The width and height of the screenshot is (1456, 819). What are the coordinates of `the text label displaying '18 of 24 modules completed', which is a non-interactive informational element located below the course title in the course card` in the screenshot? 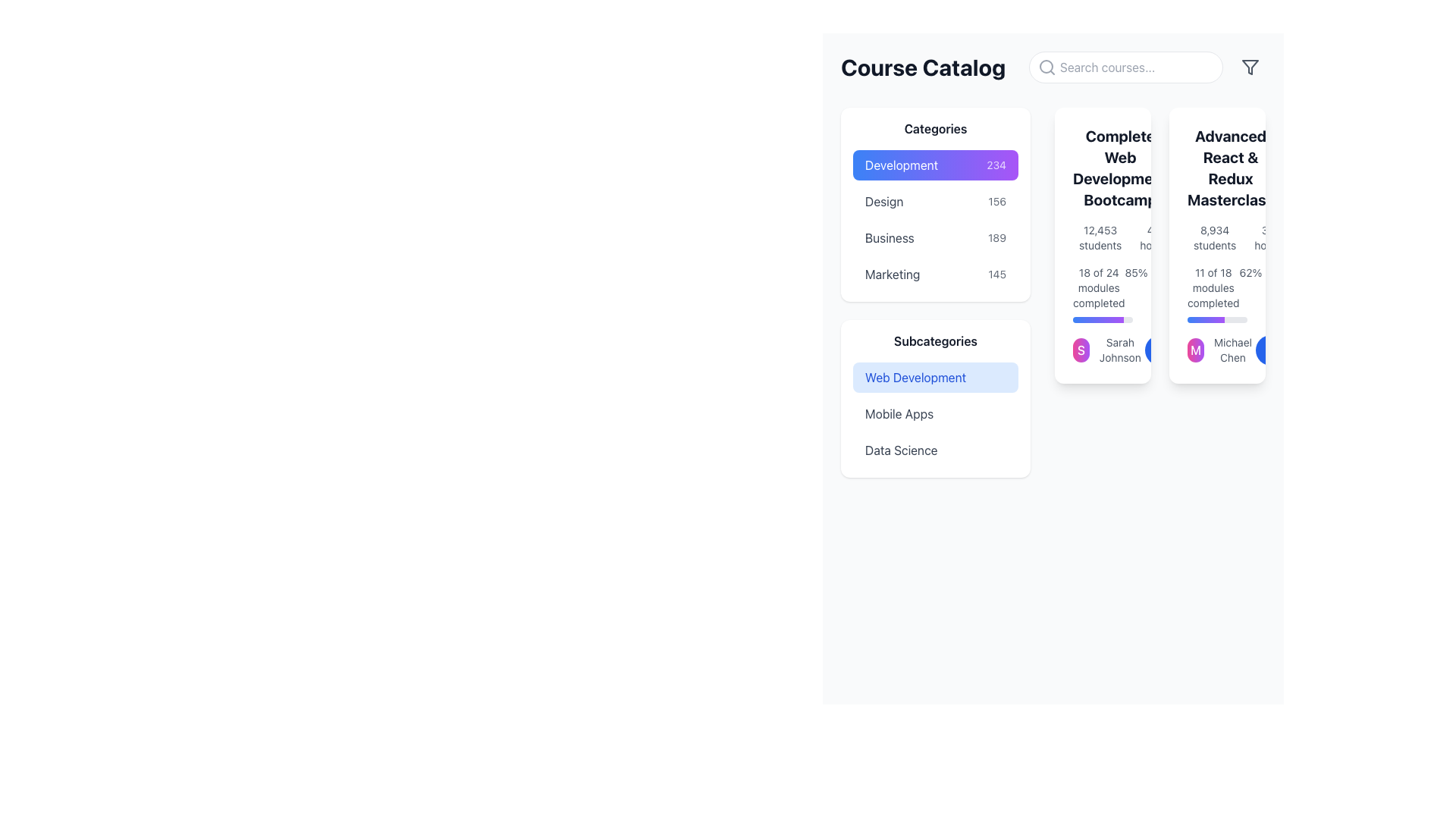 It's located at (1099, 288).